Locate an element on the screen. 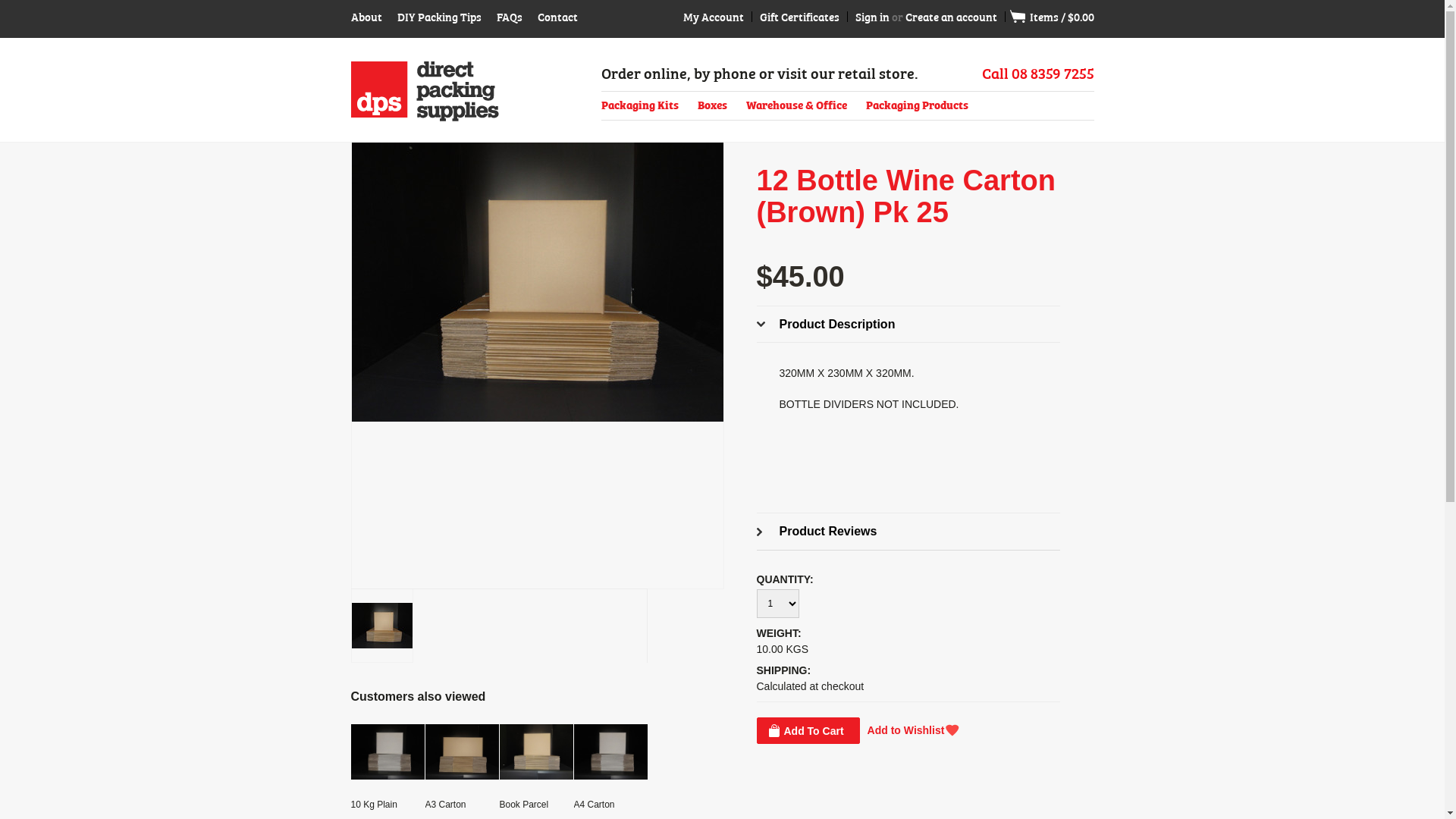  'Create an account' is located at coordinates (950, 17).